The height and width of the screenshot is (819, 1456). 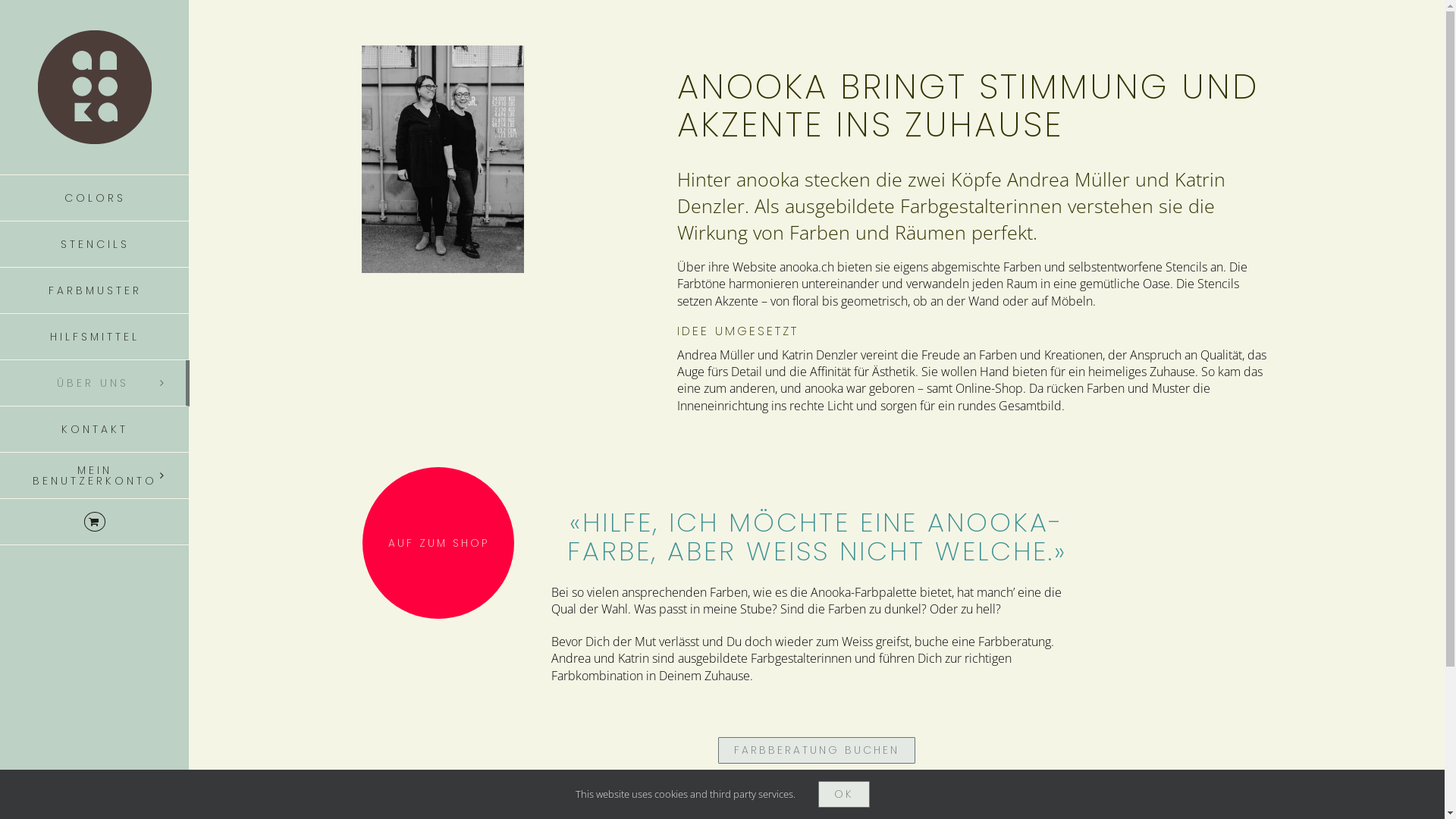 I want to click on 'STENCILS', so click(x=93, y=243).